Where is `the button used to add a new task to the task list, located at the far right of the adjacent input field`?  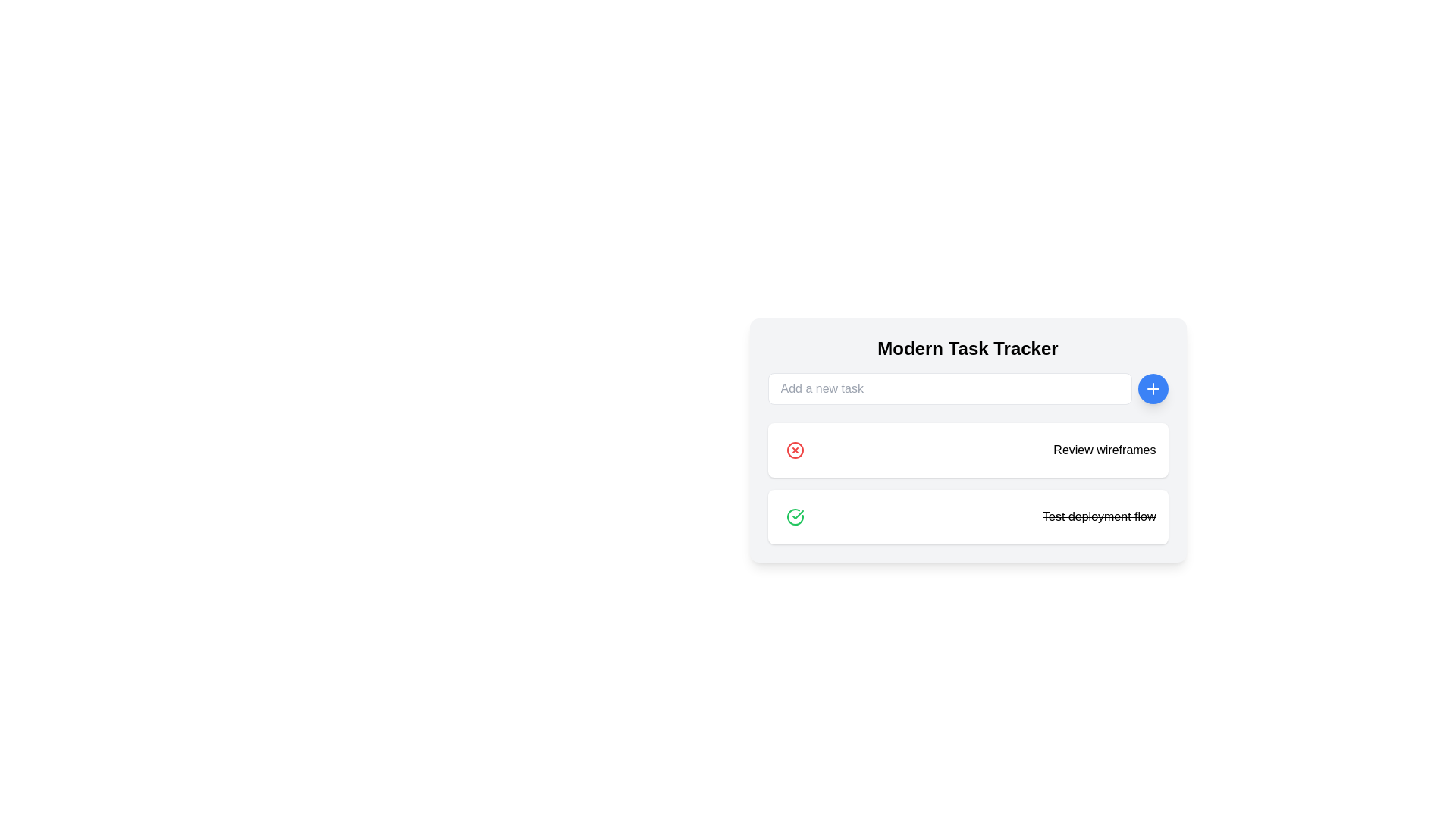
the button used to add a new task to the task list, located at the far right of the adjacent input field is located at coordinates (1153, 388).